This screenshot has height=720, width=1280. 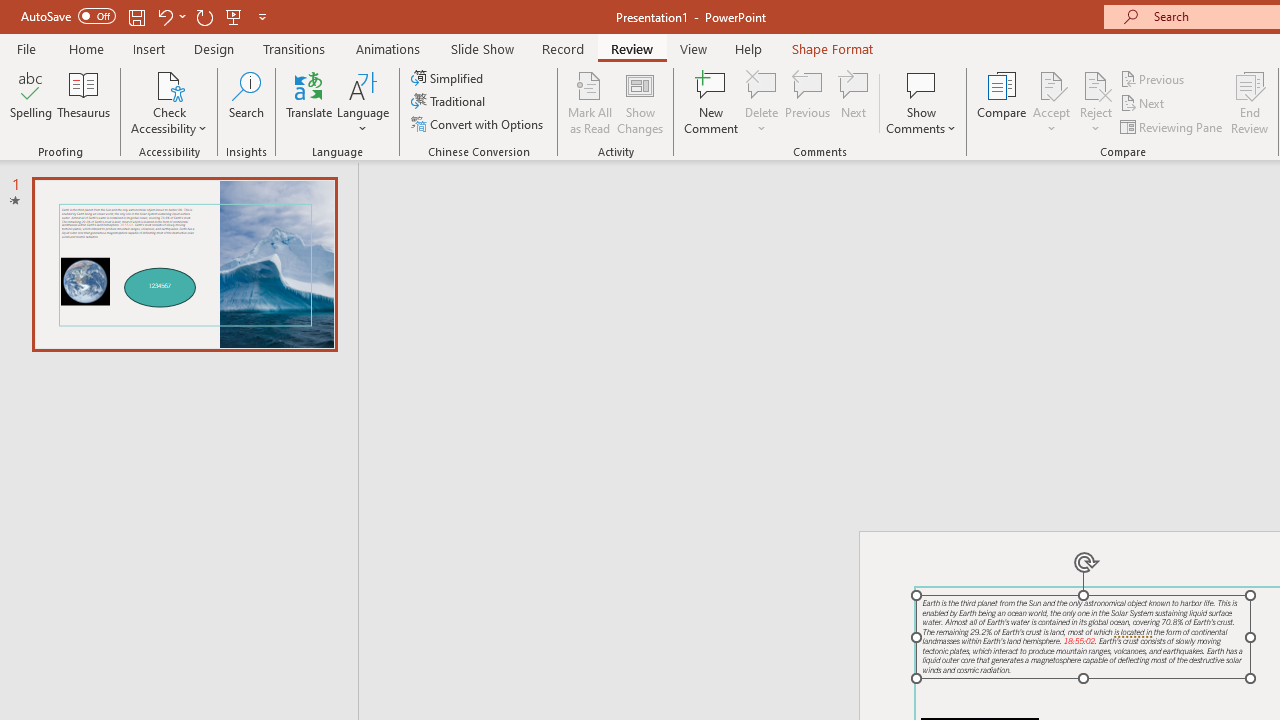 I want to click on 'Show Comments', so click(x=920, y=103).